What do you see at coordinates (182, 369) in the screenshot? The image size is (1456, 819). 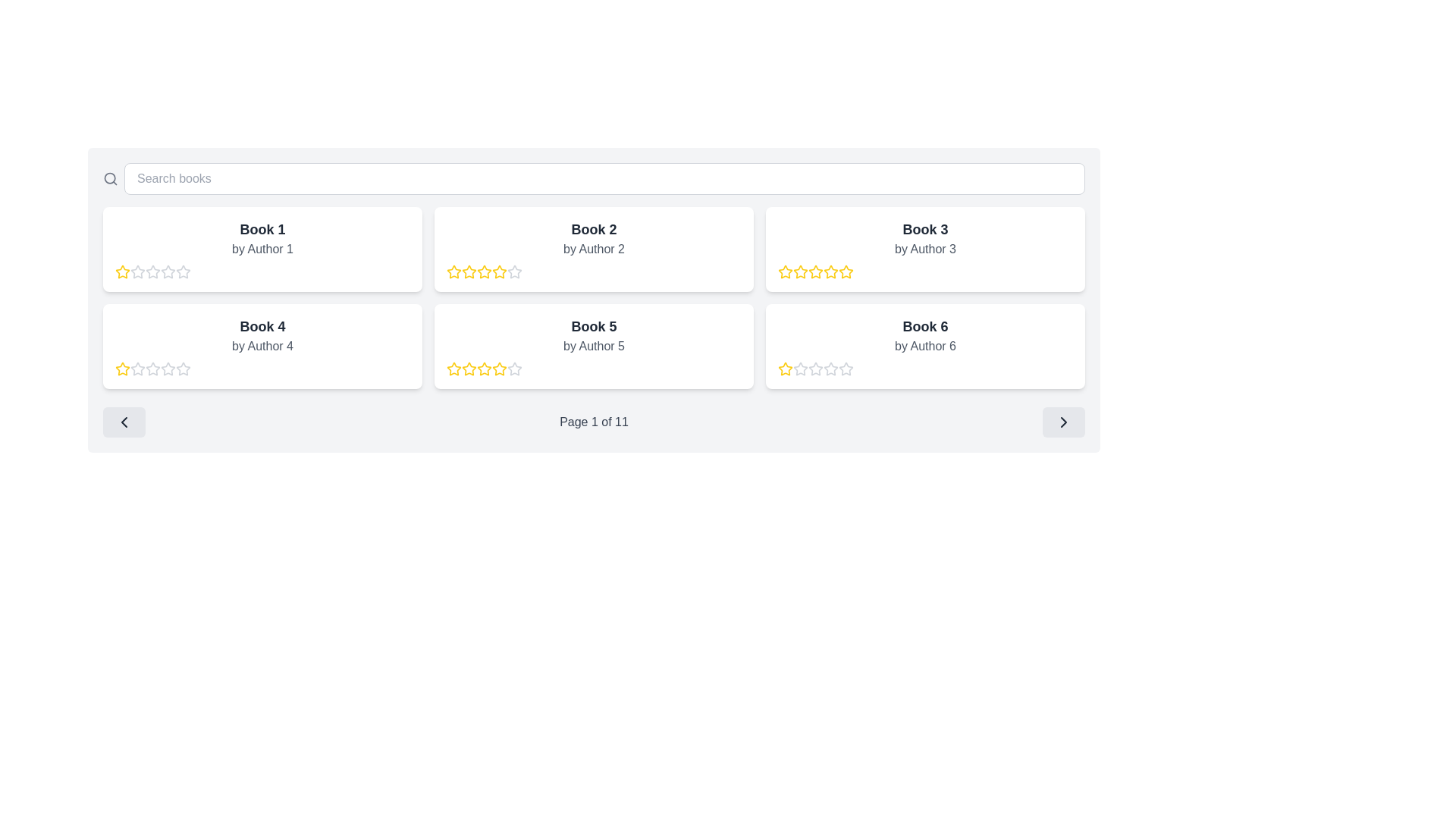 I see `the second star icon in the rating system for the 'Book 4' section` at bounding box center [182, 369].